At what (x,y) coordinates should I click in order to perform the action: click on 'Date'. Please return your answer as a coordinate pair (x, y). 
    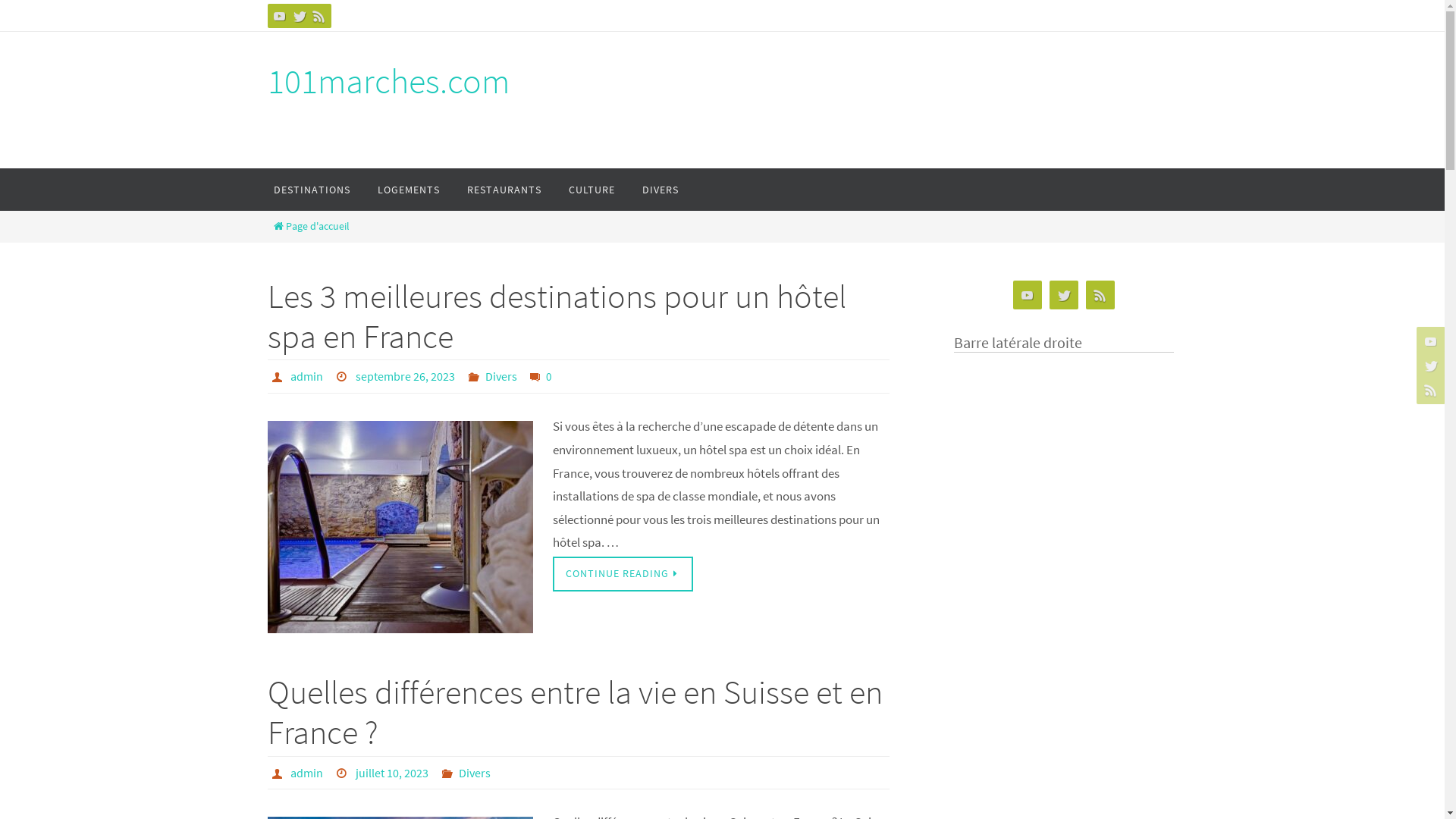
    Looking at the image, I should click on (343, 375).